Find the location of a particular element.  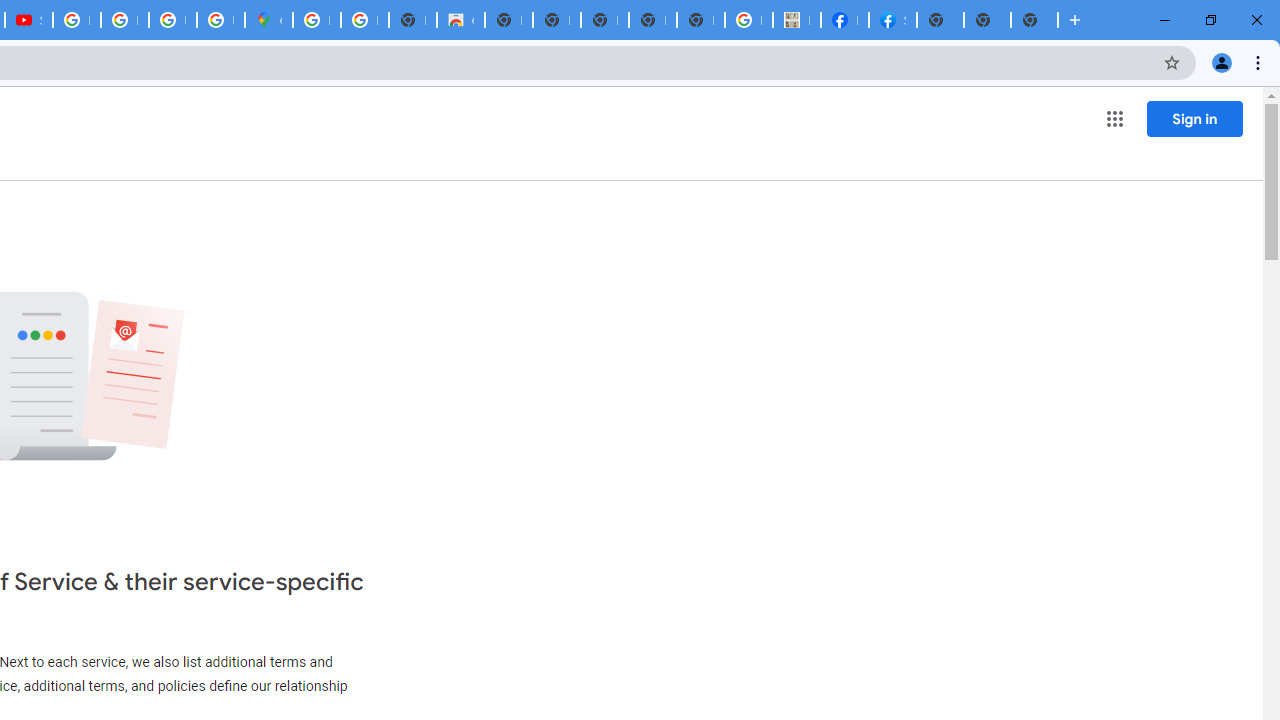

'How Chrome protects your passwords - Google Chrome Help' is located at coordinates (76, 20).